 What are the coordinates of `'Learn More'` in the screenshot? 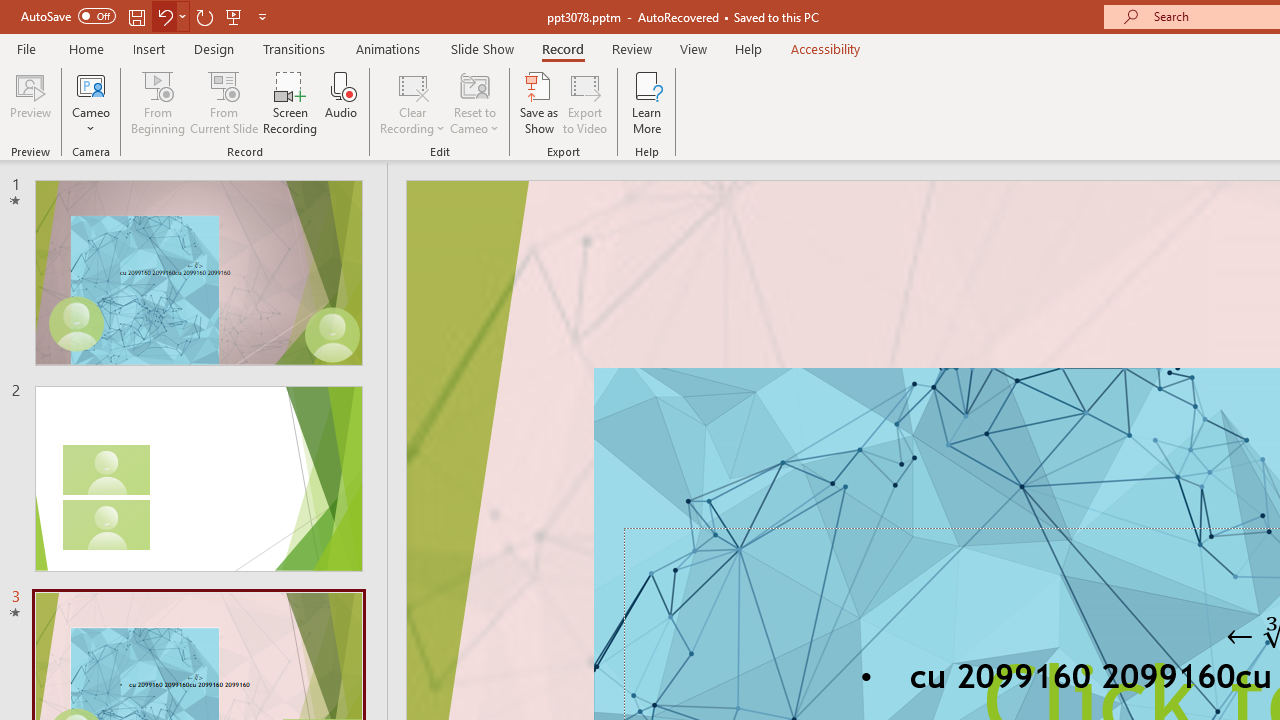 It's located at (647, 103).